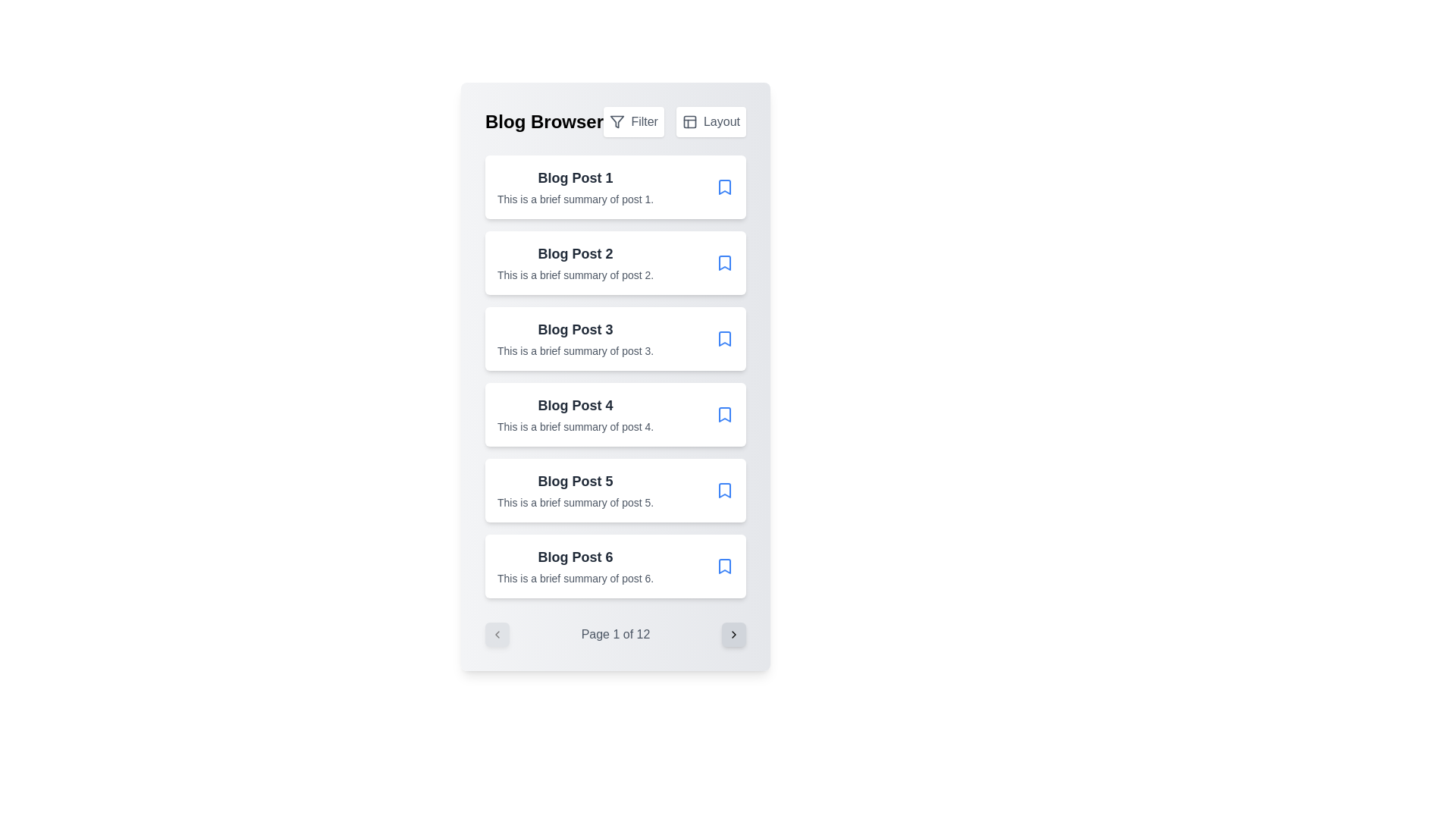 The image size is (1456, 819). What do you see at coordinates (575, 177) in the screenshot?
I see `the static text label that serves as the title for the first blog post item, located above the description text 'This is a brief summary of post 1.'` at bounding box center [575, 177].